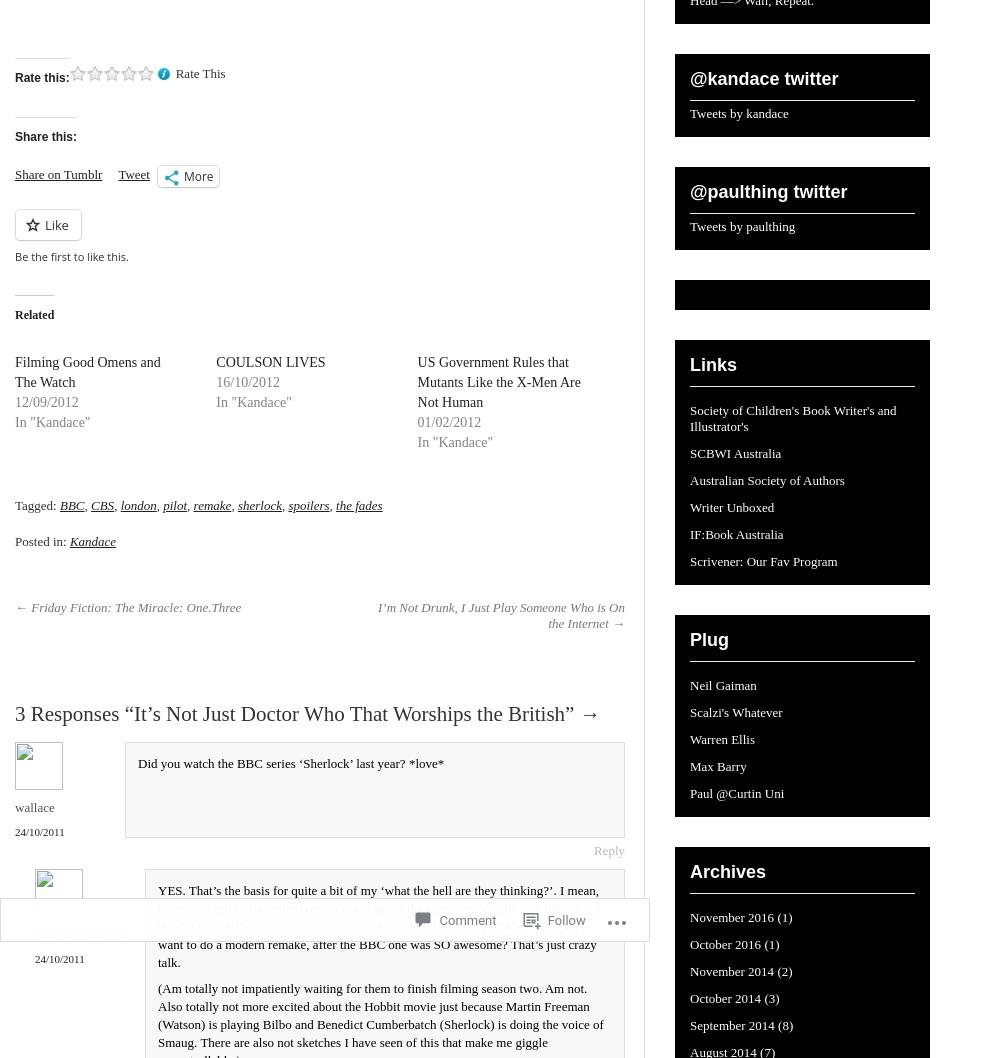 The height and width of the screenshot is (1058, 990). Describe the element at coordinates (40, 77) in the screenshot. I see `'Rate this:'` at that location.